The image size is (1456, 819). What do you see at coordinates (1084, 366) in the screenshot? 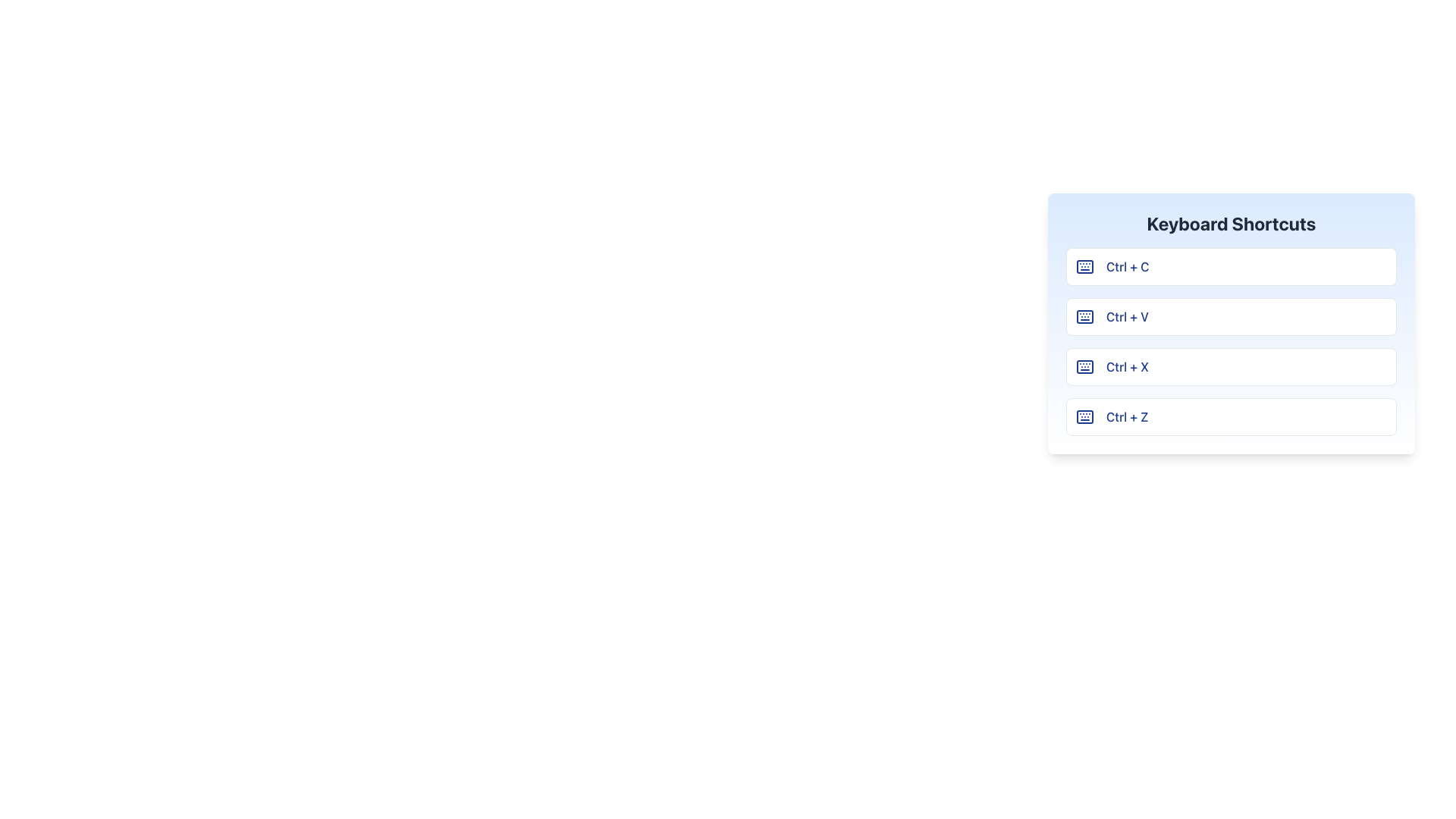
I see `the decorative background rectangle of the keyboard icon for the 'Ctrl + X' shortcut, which is located below 'Ctrl + V' and above 'Ctrl + Z'` at bounding box center [1084, 366].